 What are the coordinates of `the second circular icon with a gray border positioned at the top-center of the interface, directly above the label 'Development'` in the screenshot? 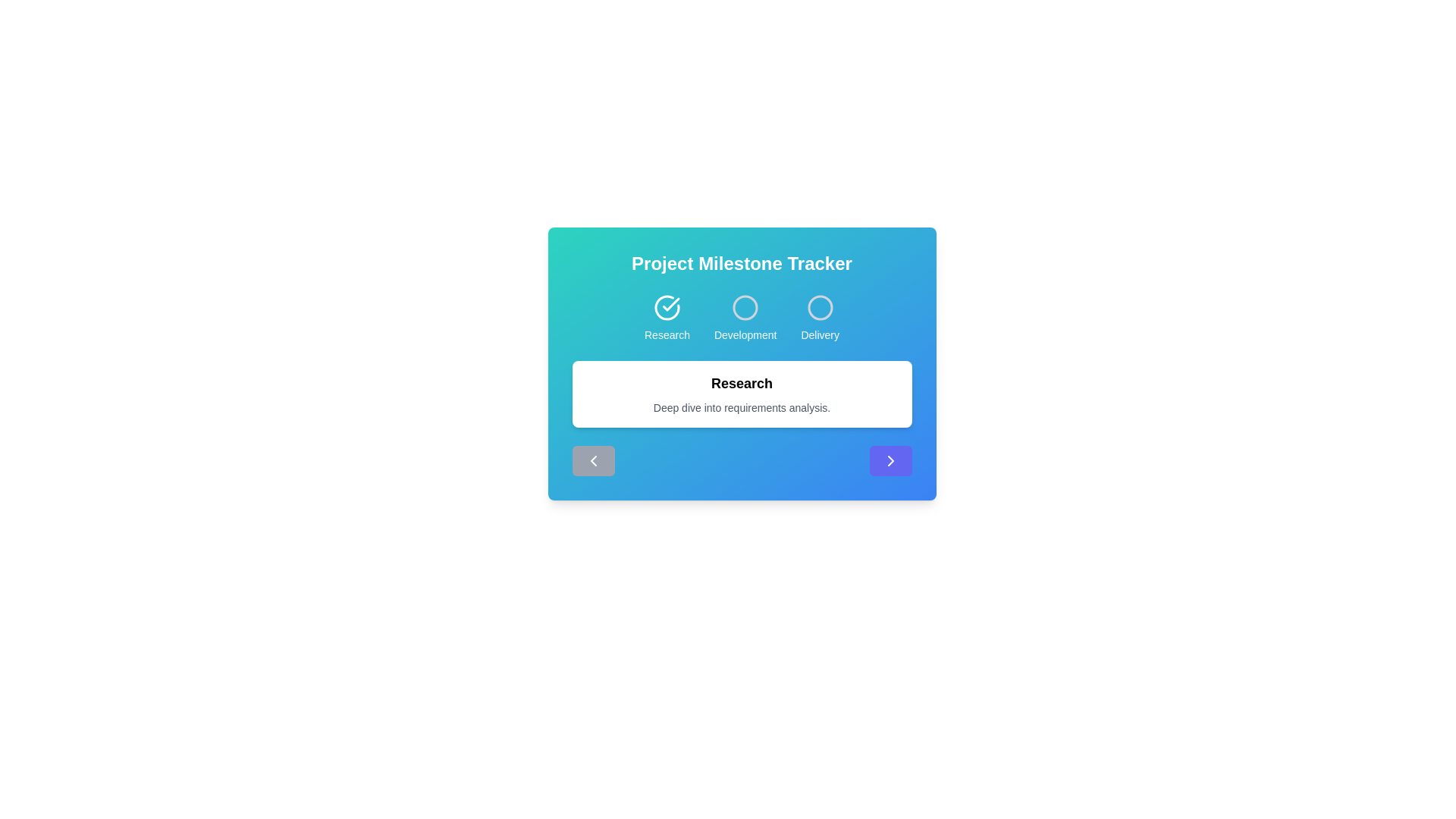 It's located at (745, 307).